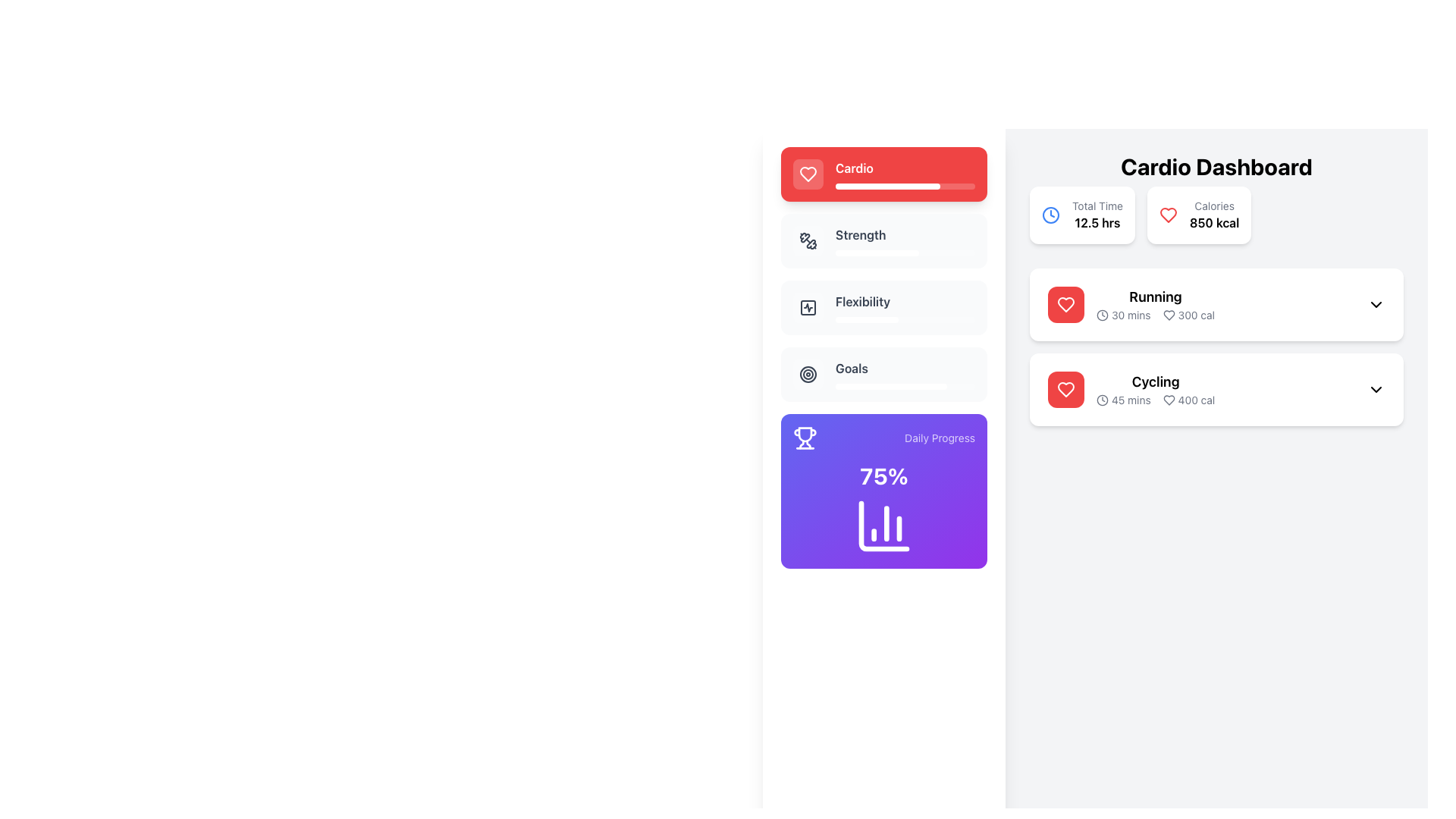 The height and width of the screenshot is (819, 1456). Describe the element at coordinates (804, 438) in the screenshot. I see `the decorative icon in the upper-left corner of the 'Daily Progress' card, which symbolizes achievement or goals` at that location.